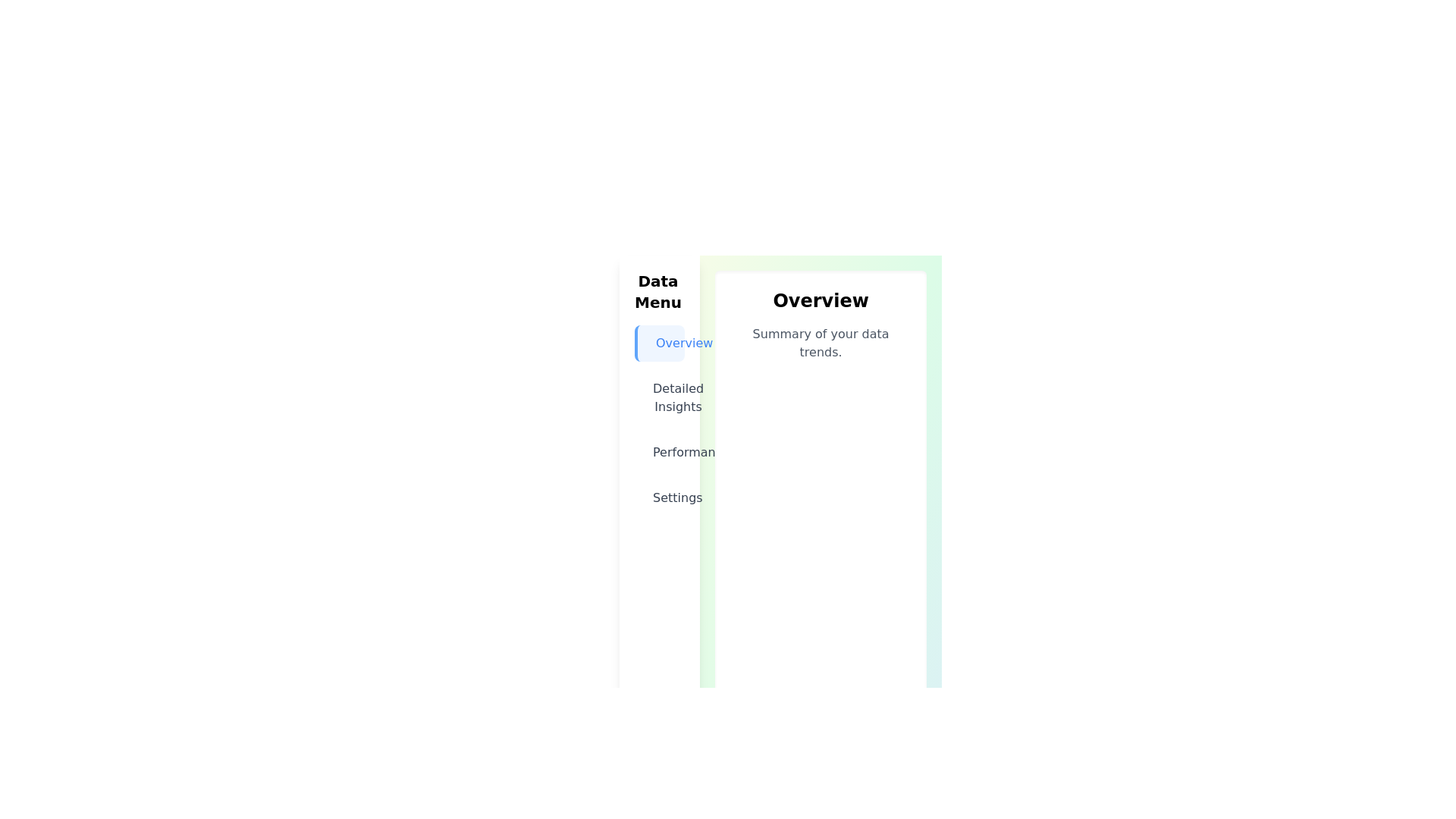 The height and width of the screenshot is (819, 1456). What do you see at coordinates (660, 397) in the screenshot?
I see `the menu item labeled Detailed Insights` at bounding box center [660, 397].